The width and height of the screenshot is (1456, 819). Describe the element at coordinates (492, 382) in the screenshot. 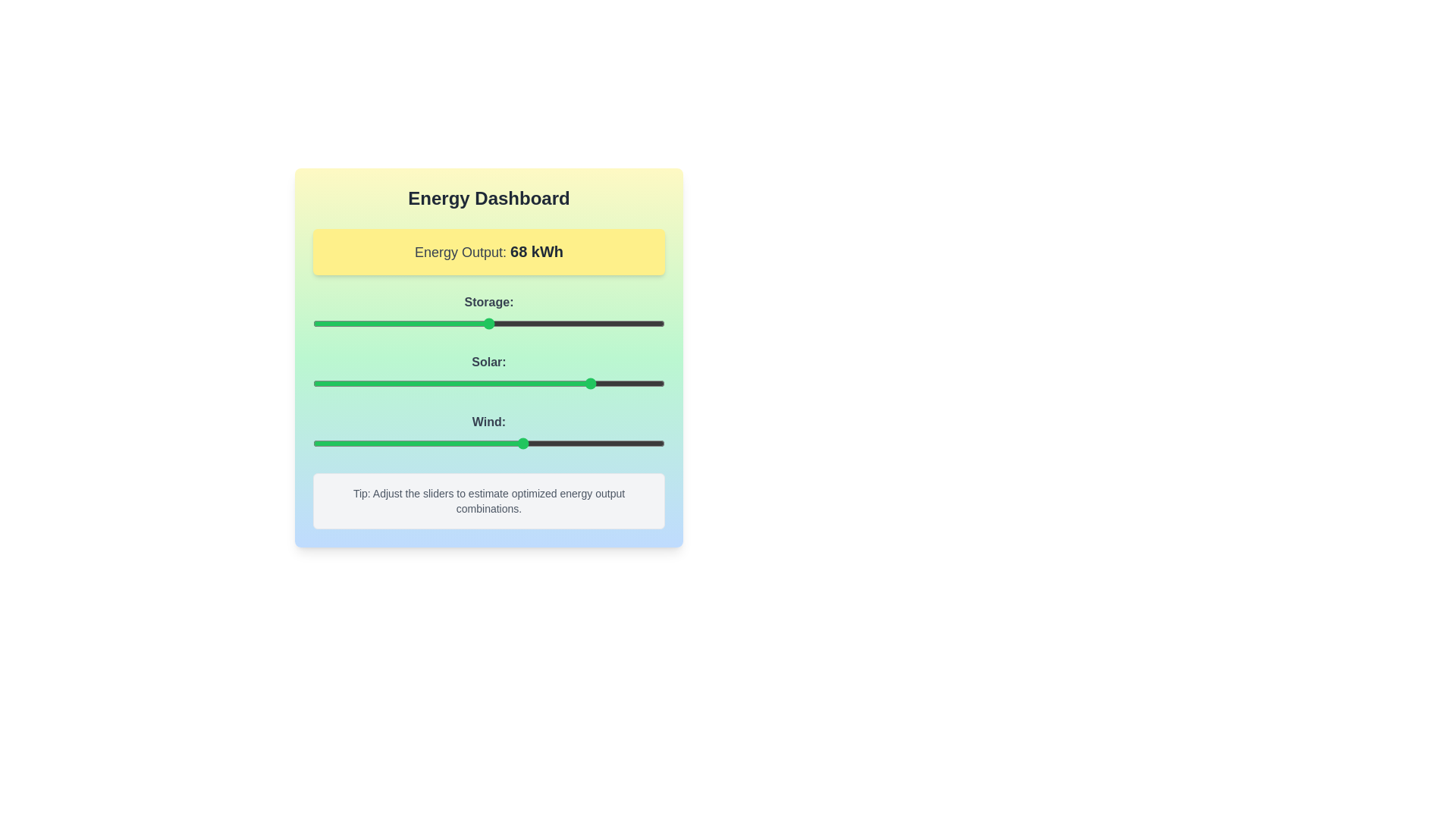

I see `the 'Solar' slider to 51%` at that location.